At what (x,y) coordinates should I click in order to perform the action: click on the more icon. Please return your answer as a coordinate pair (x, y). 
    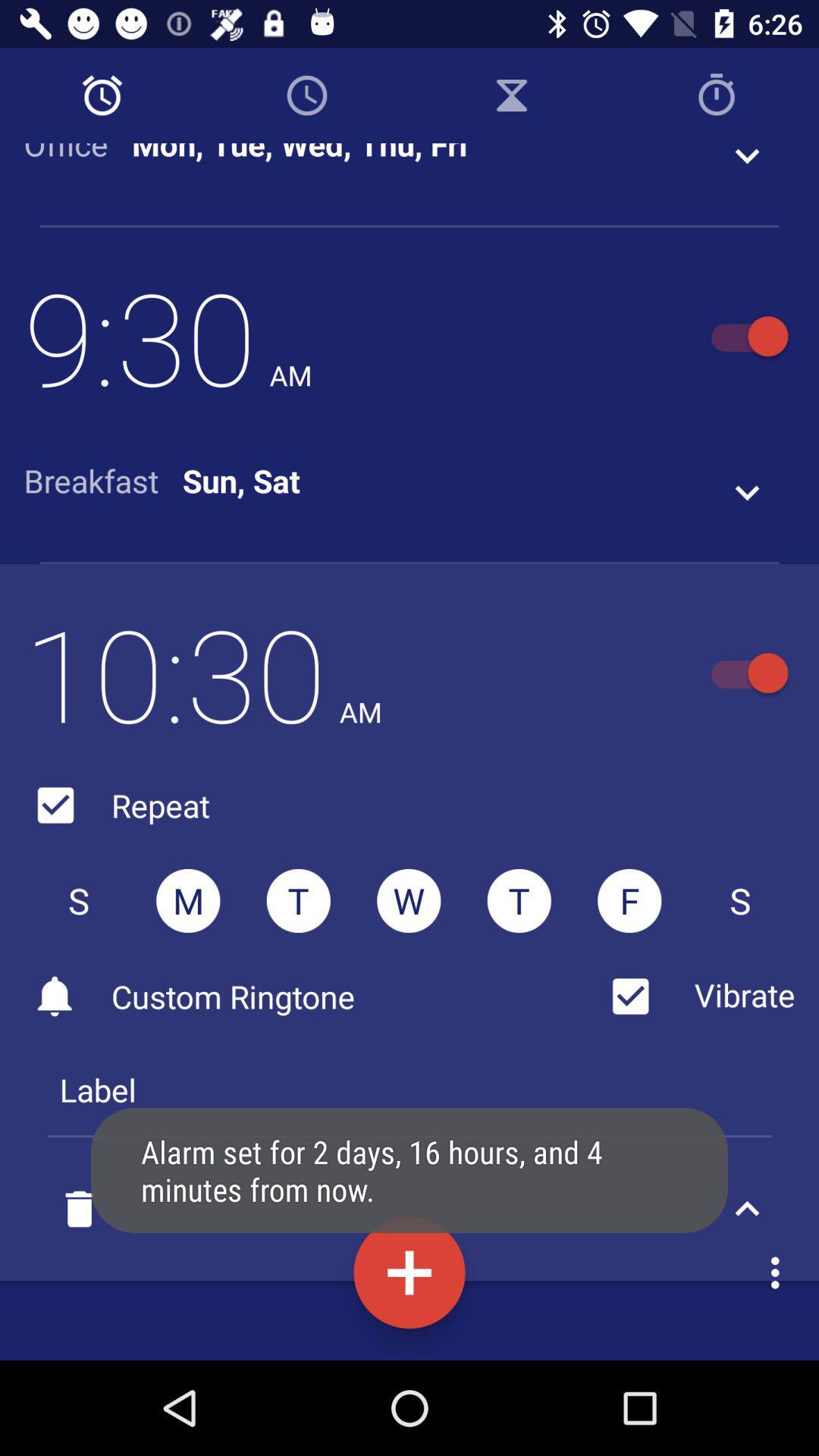
    Looking at the image, I should click on (779, 1272).